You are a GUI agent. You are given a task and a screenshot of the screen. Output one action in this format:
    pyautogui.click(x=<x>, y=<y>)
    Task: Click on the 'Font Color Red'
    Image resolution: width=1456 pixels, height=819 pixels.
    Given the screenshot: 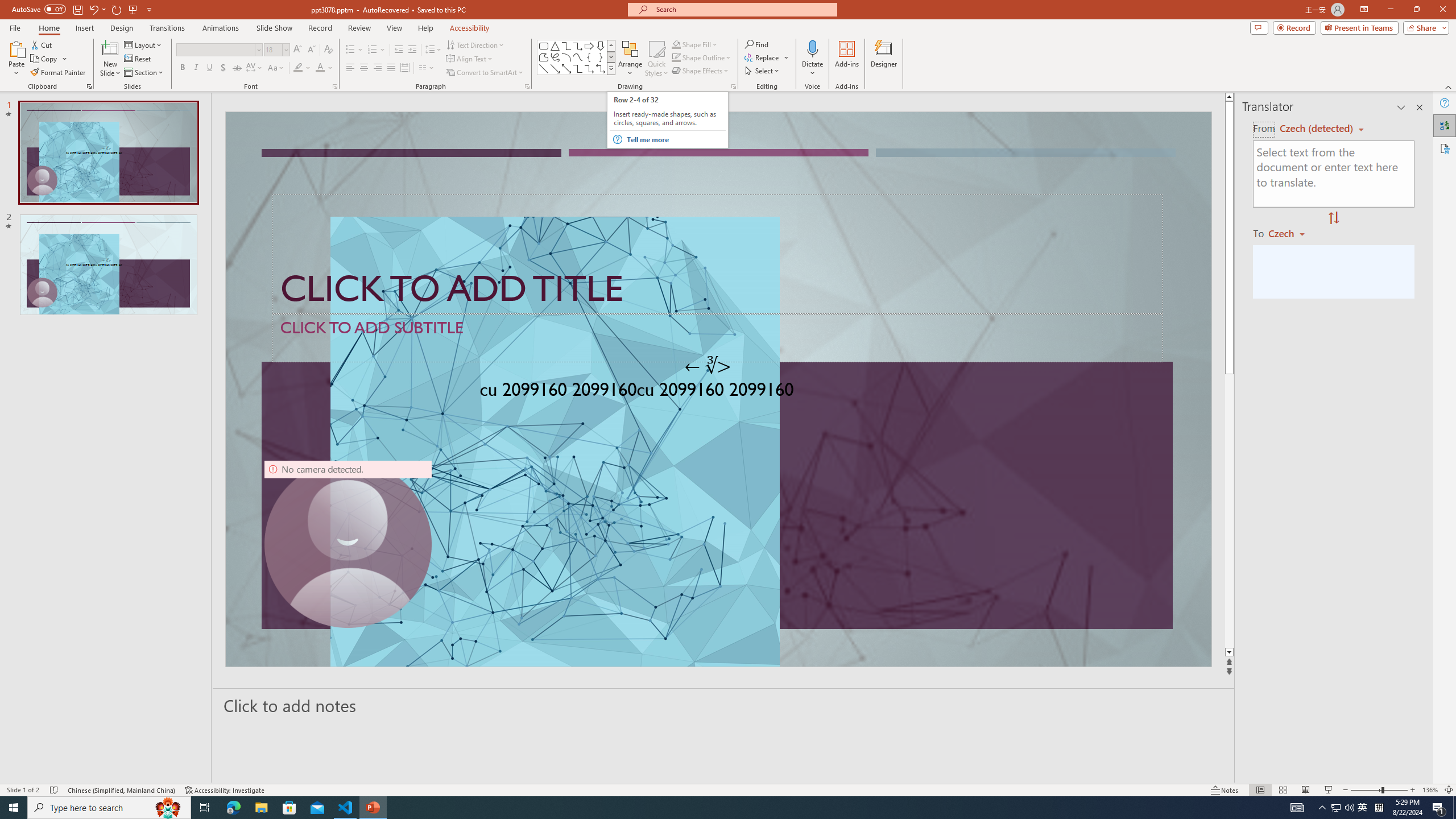 What is the action you would take?
    pyautogui.click(x=320, y=67)
    